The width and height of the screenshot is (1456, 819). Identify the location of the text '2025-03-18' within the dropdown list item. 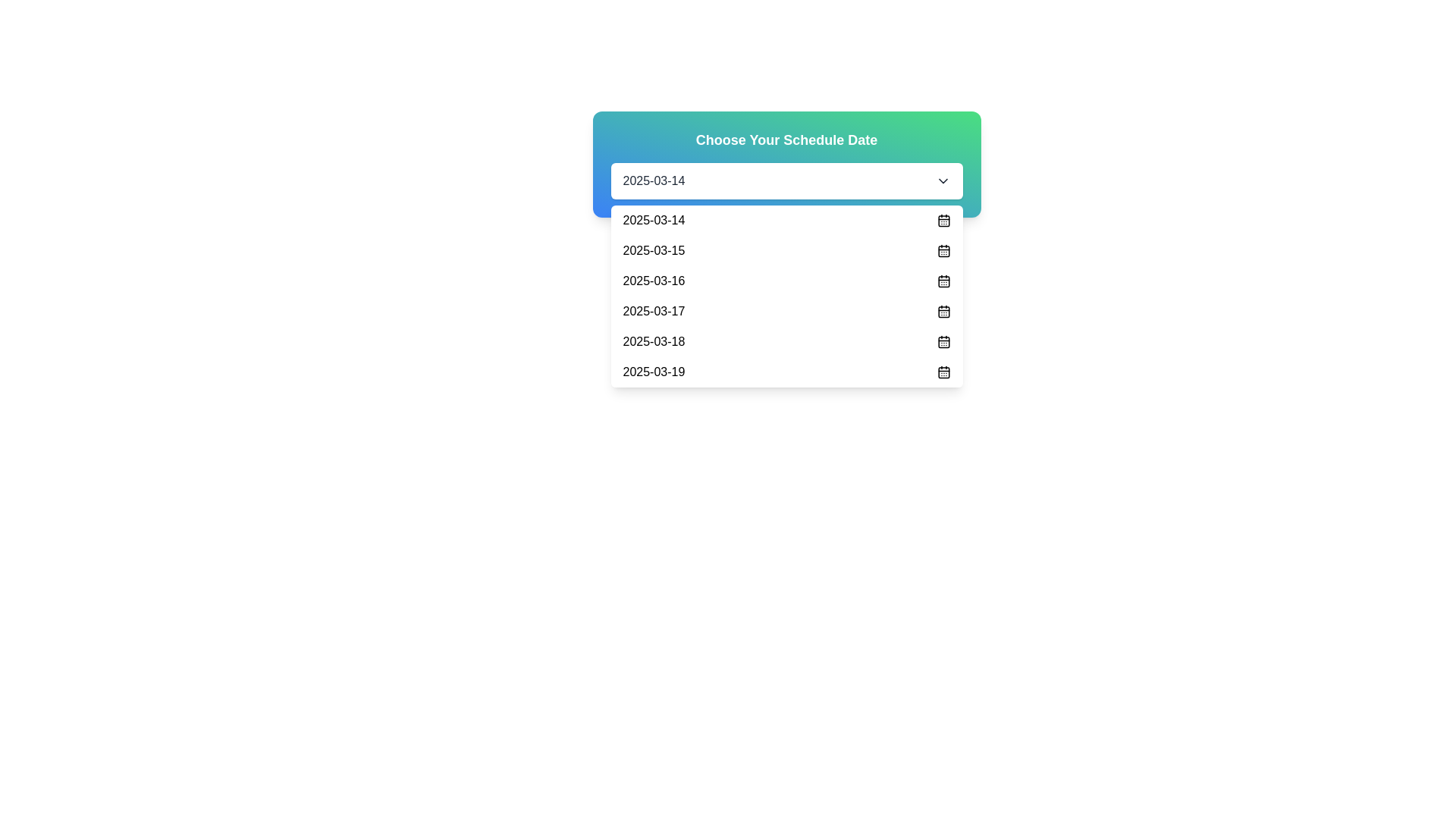
(654, 342).